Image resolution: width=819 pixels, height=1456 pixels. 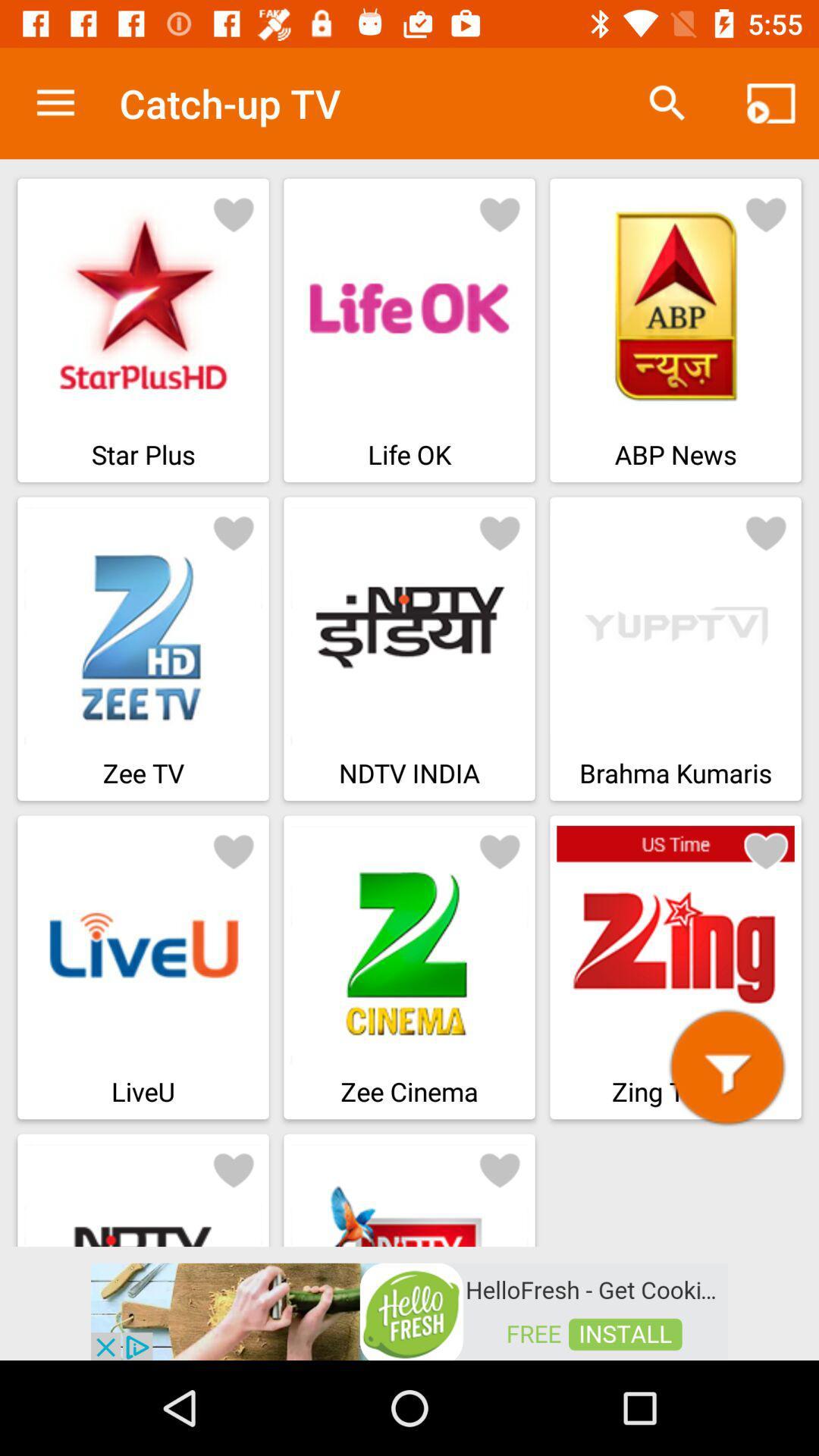 What do you see at coordinates (234, 213) in the screenshot?
I see `to favorite` at bounding box center [234, 213].